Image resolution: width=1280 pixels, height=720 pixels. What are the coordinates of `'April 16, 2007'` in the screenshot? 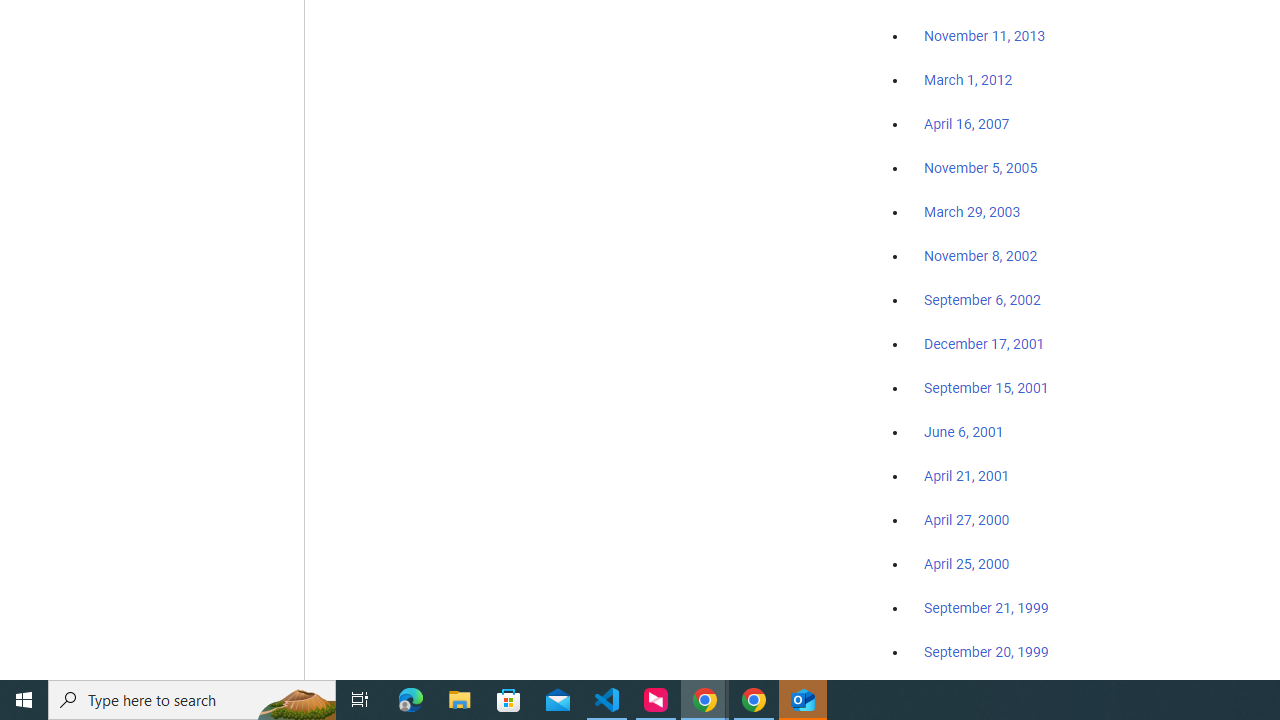 It's located at (967, 124).